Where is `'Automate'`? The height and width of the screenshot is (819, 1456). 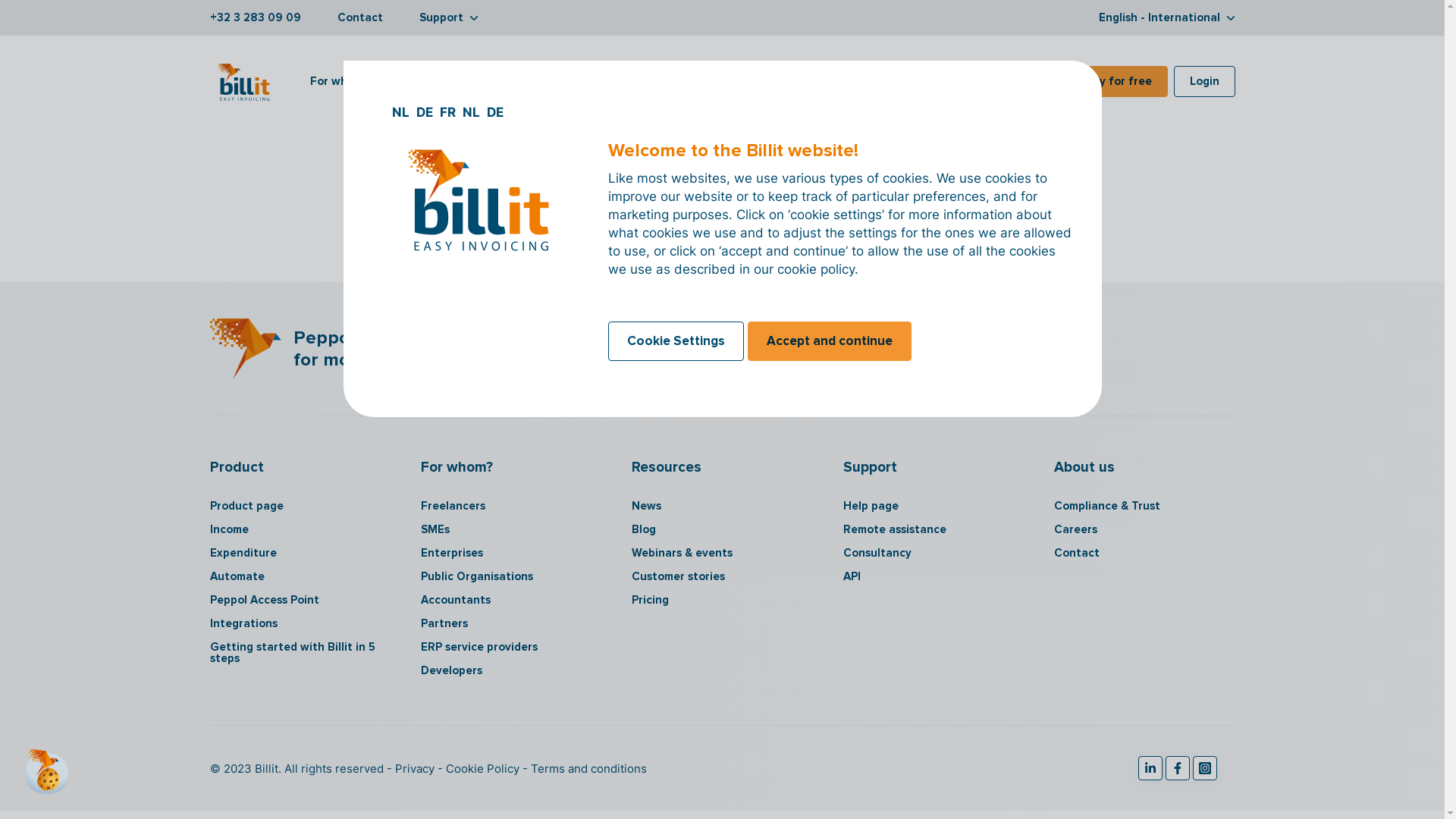
'Automate' is located at coordinates (299, 576).